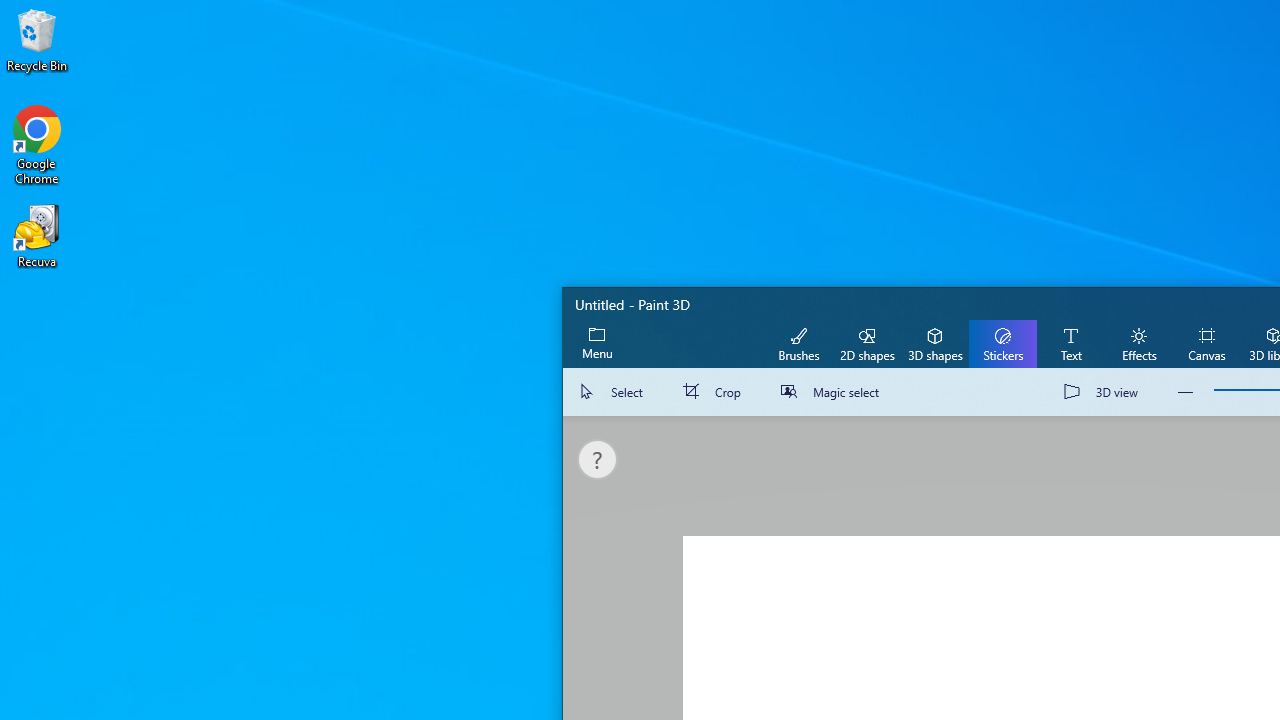  I want to click on 'Effects', so click(1138, 342).